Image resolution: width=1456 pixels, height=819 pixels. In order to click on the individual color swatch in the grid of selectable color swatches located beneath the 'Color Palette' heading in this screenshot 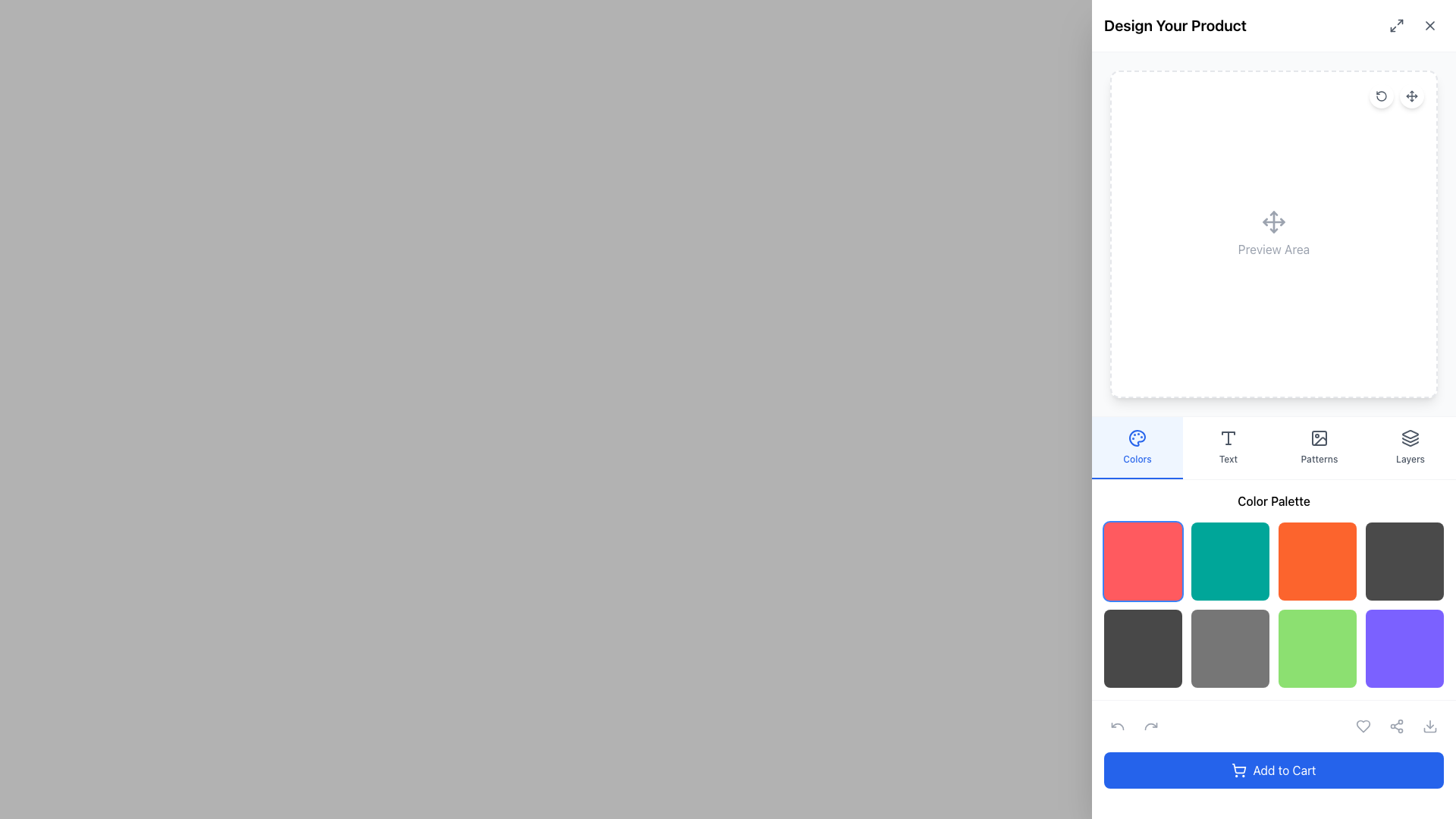, I will do `click(1274, 604)`.